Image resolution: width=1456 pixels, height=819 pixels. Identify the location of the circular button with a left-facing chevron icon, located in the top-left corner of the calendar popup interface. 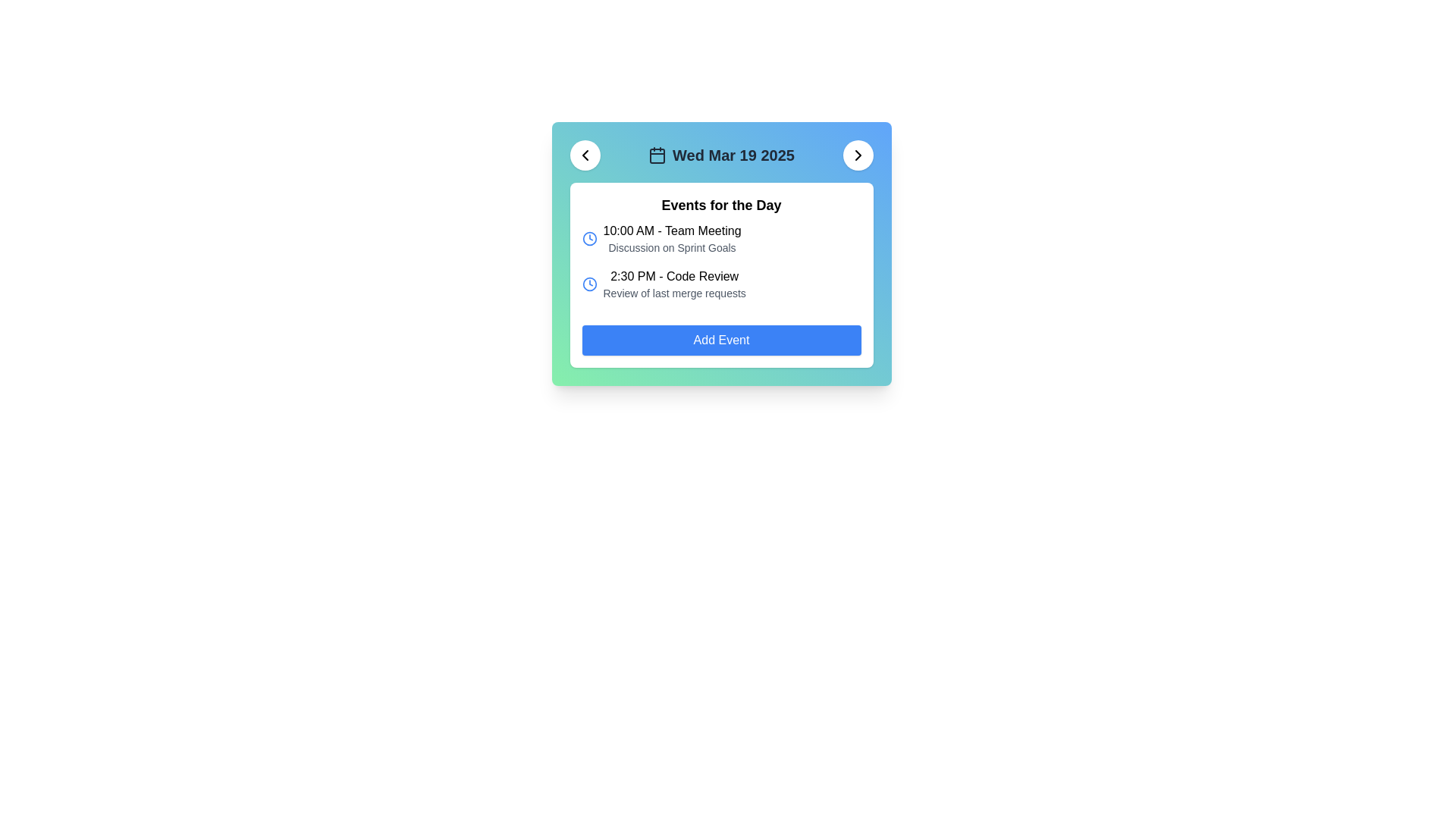
(584, 155).